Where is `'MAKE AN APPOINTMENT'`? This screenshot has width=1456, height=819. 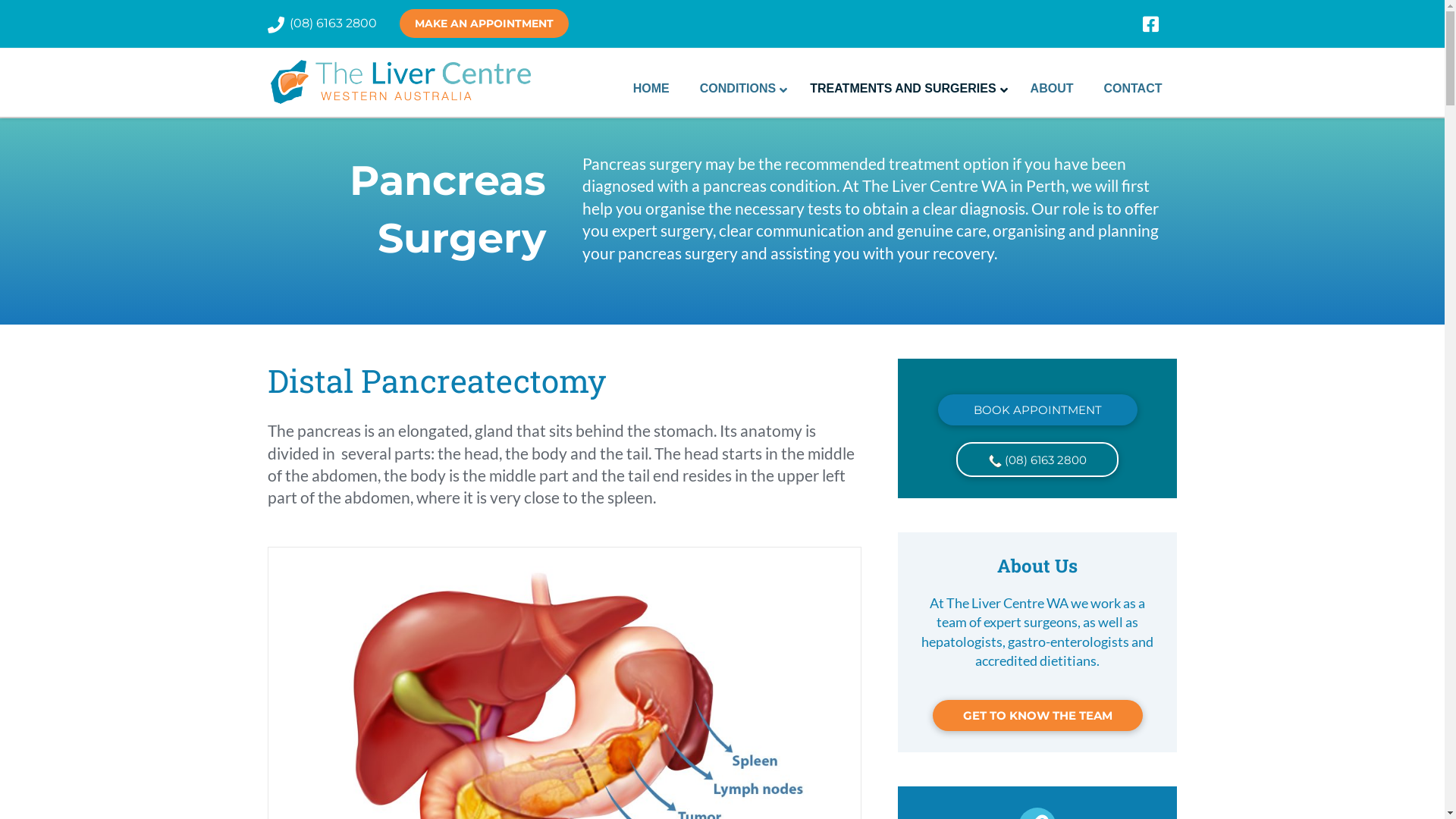 'MAKE AN APPOINTMENT' is located at coordinates (482, 23).